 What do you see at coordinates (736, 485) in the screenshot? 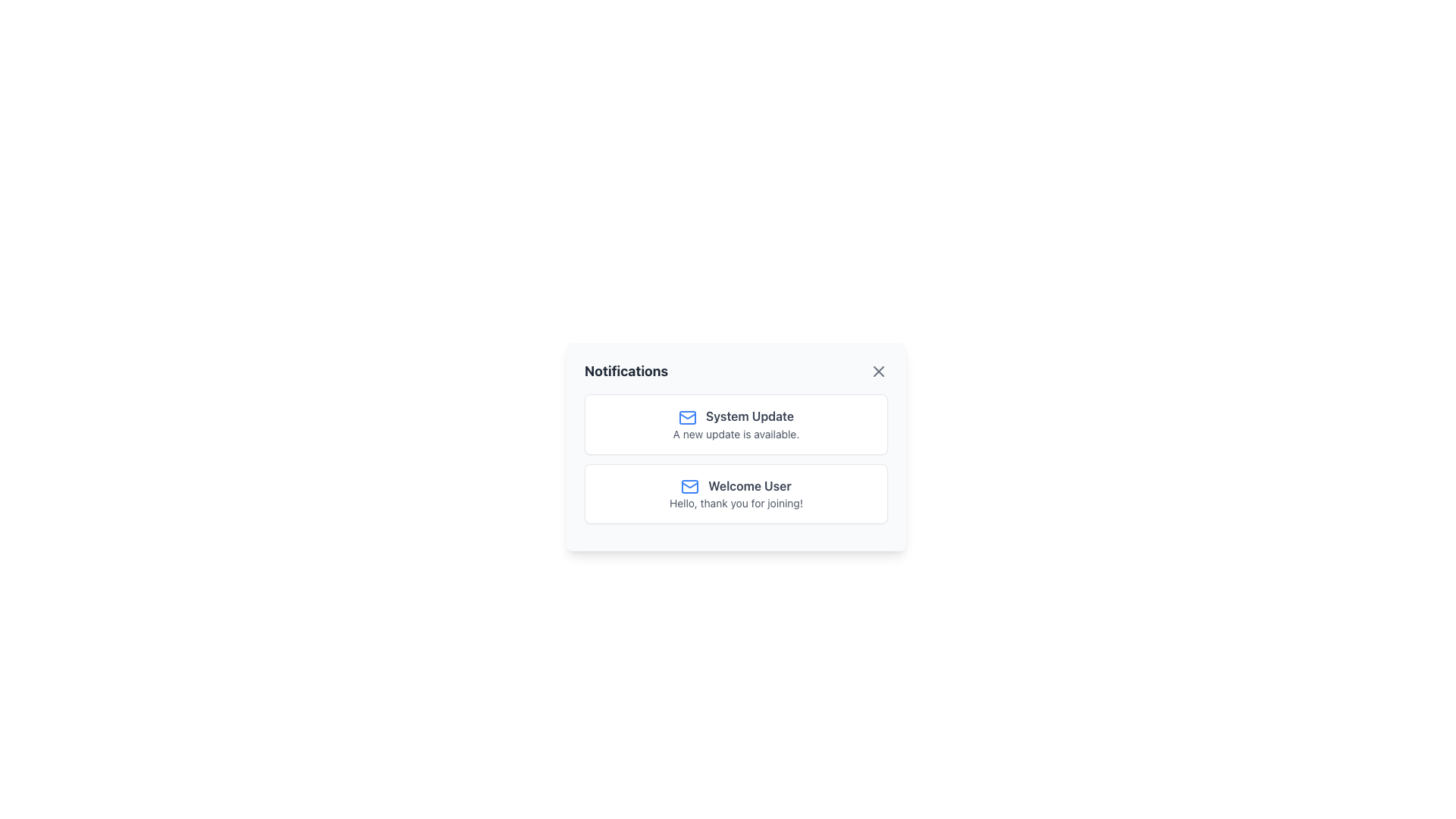
I see `the text 'Welcome User' in the notification card` at bounding box center [736, 485].